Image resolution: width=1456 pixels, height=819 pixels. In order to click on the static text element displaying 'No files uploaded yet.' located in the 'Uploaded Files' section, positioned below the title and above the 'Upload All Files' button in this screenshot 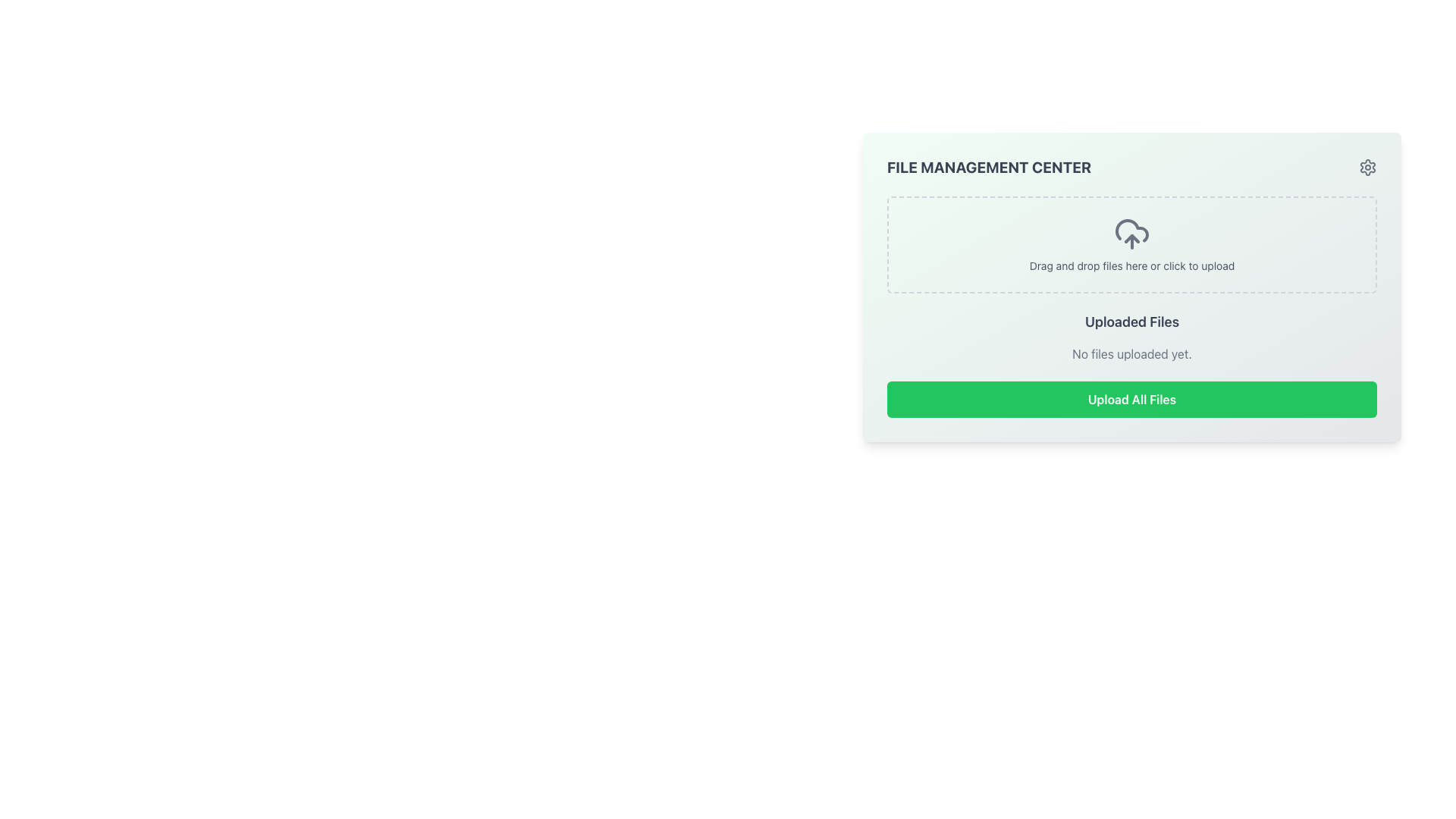, I will do `click(1131, 353)`.